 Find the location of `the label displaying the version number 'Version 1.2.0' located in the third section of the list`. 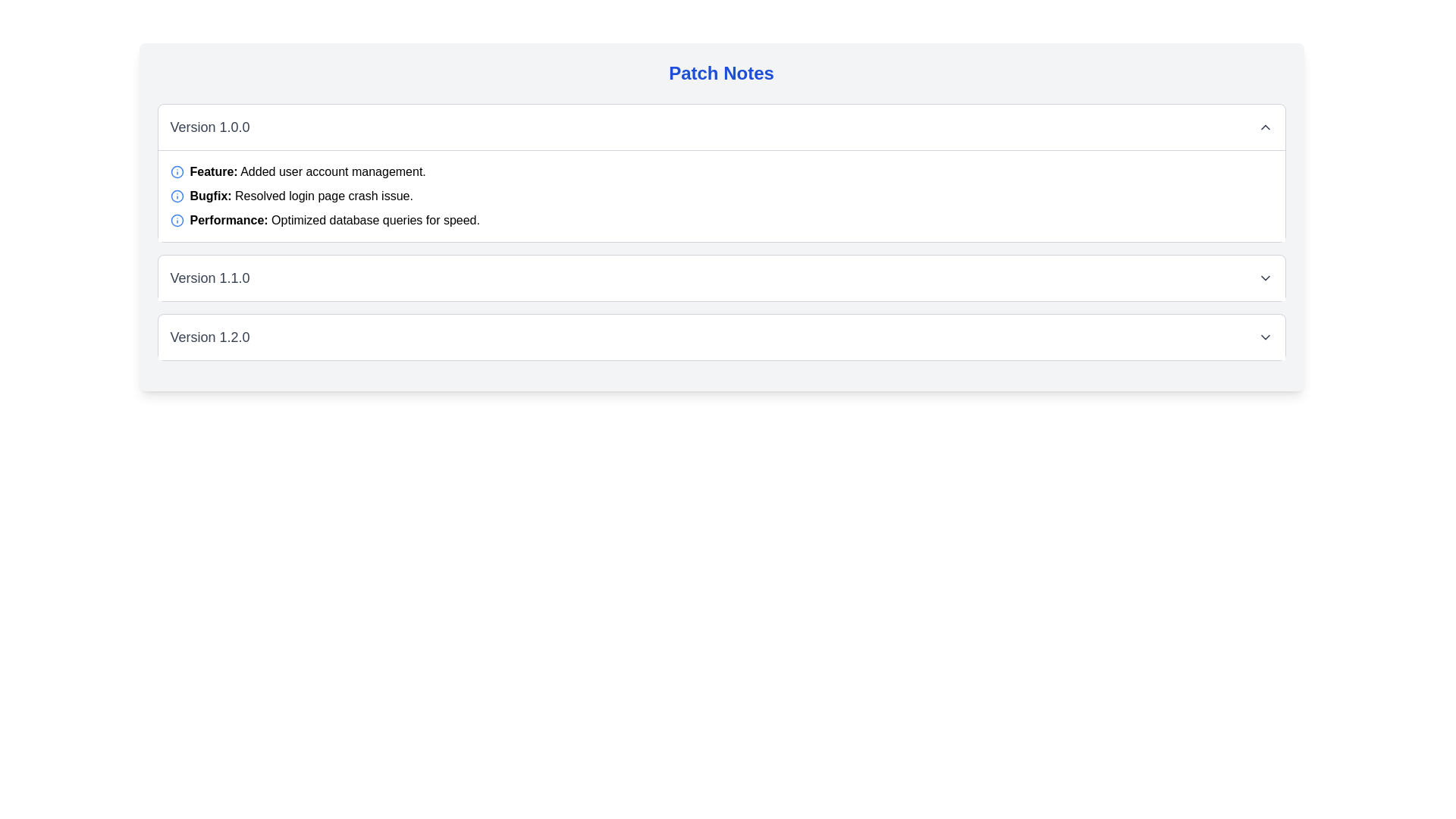

the label displaying the version number 'Version 1.2.0' located in the third section of the list is located at coordinates (209, 336).